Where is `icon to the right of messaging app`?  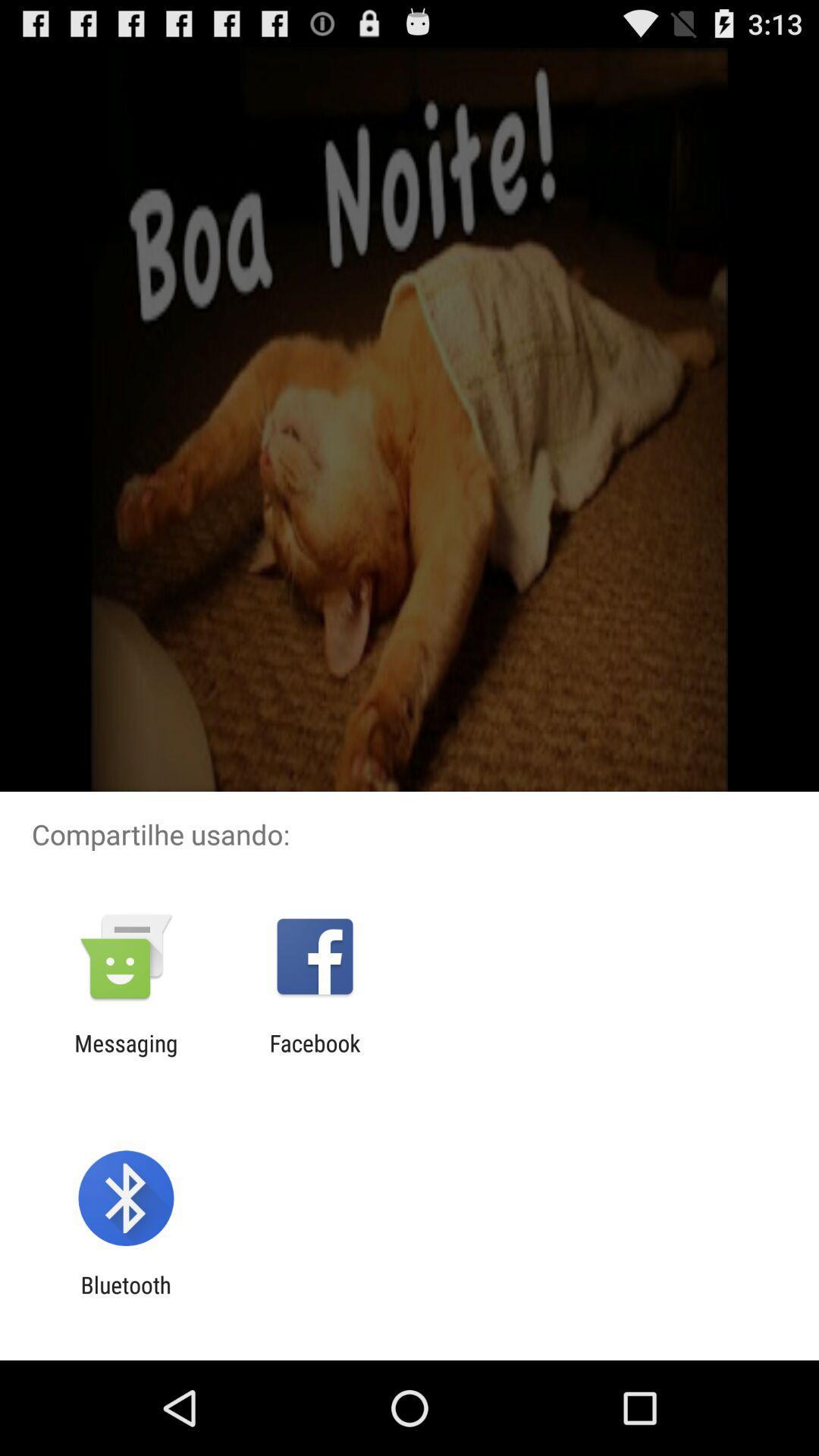 icon to the right of messaging app is located at coordinates (314, 1056).